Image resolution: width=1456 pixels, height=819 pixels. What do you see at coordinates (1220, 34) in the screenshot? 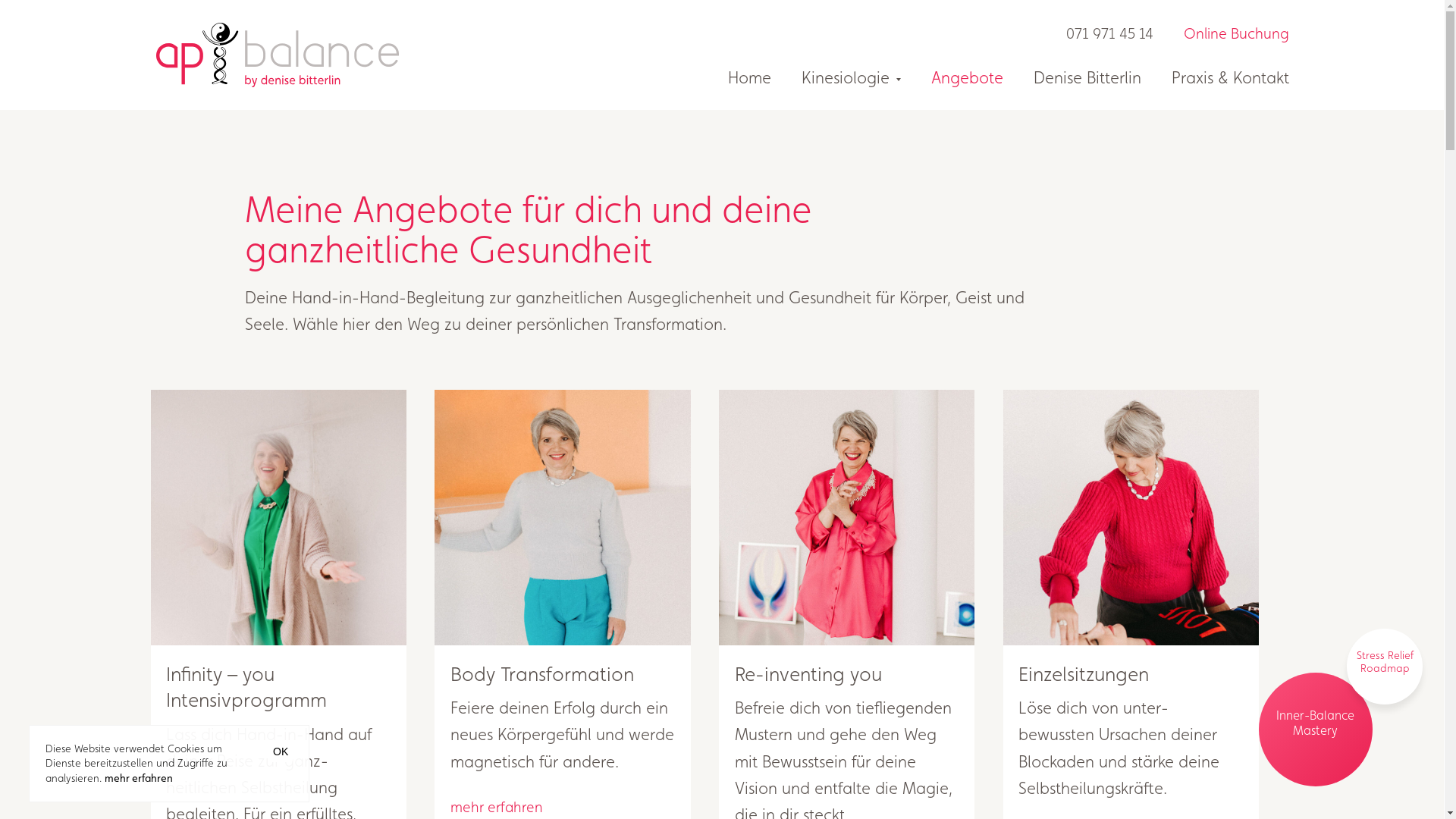
I see `'Online Buchung'` at bounding box center [1220, 34].